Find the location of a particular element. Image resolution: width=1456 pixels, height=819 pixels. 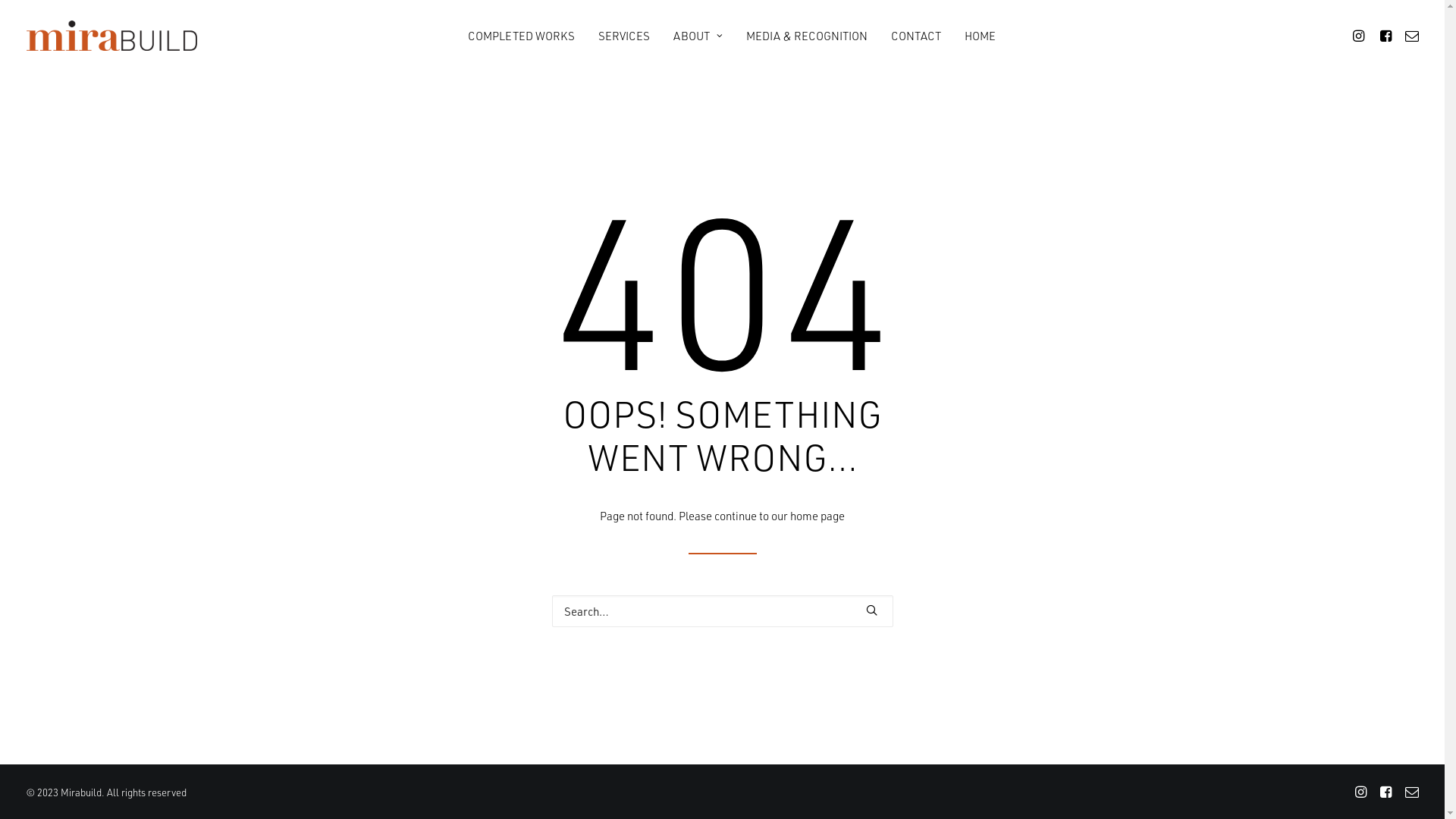

'SERVICES' is located at coordinates (623, 34).